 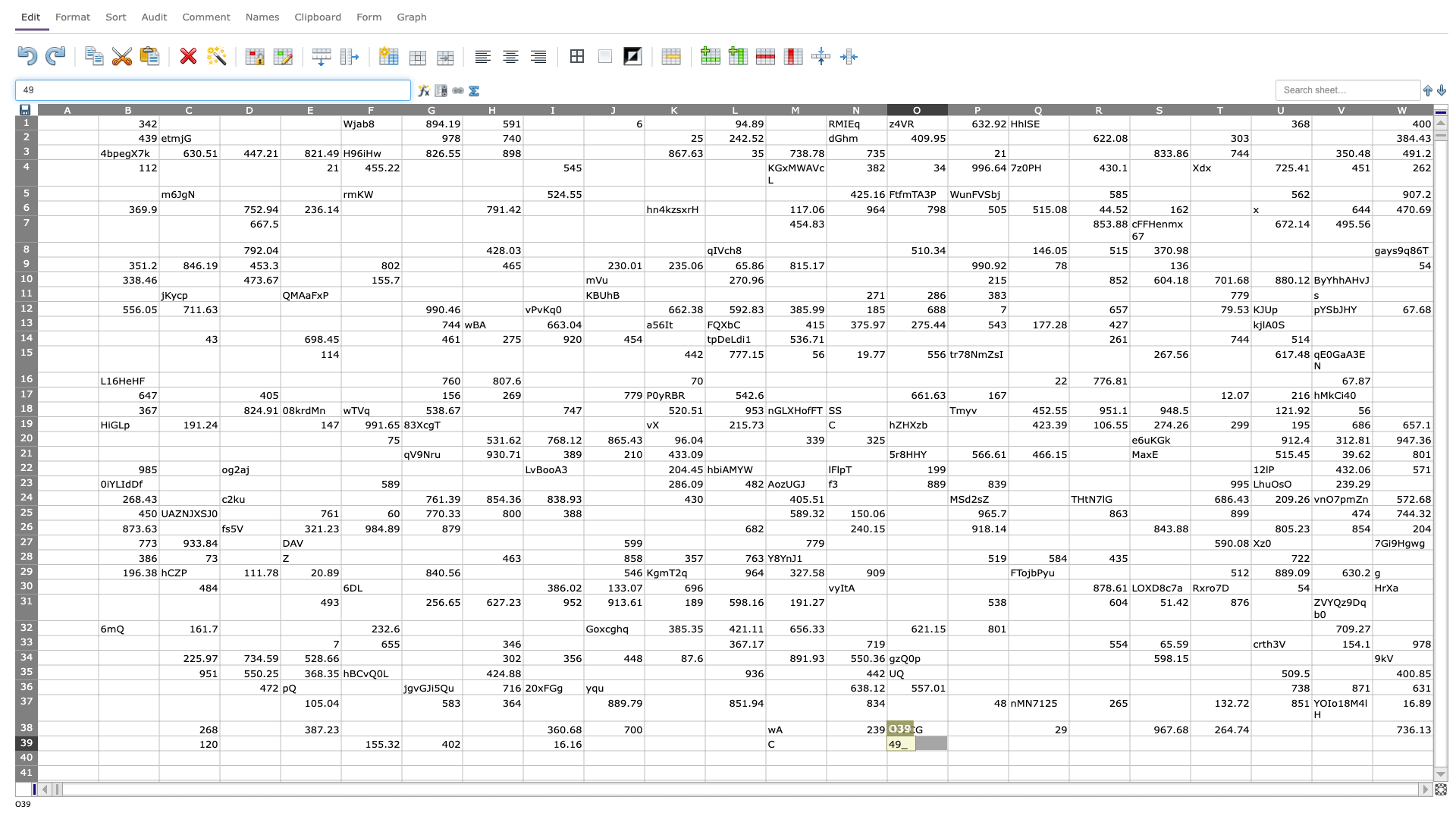 What do you see at coordinates (1008, 742) in the screenshot?
I see `Left side boundary of Q39` at bounding box center [1008, 742].